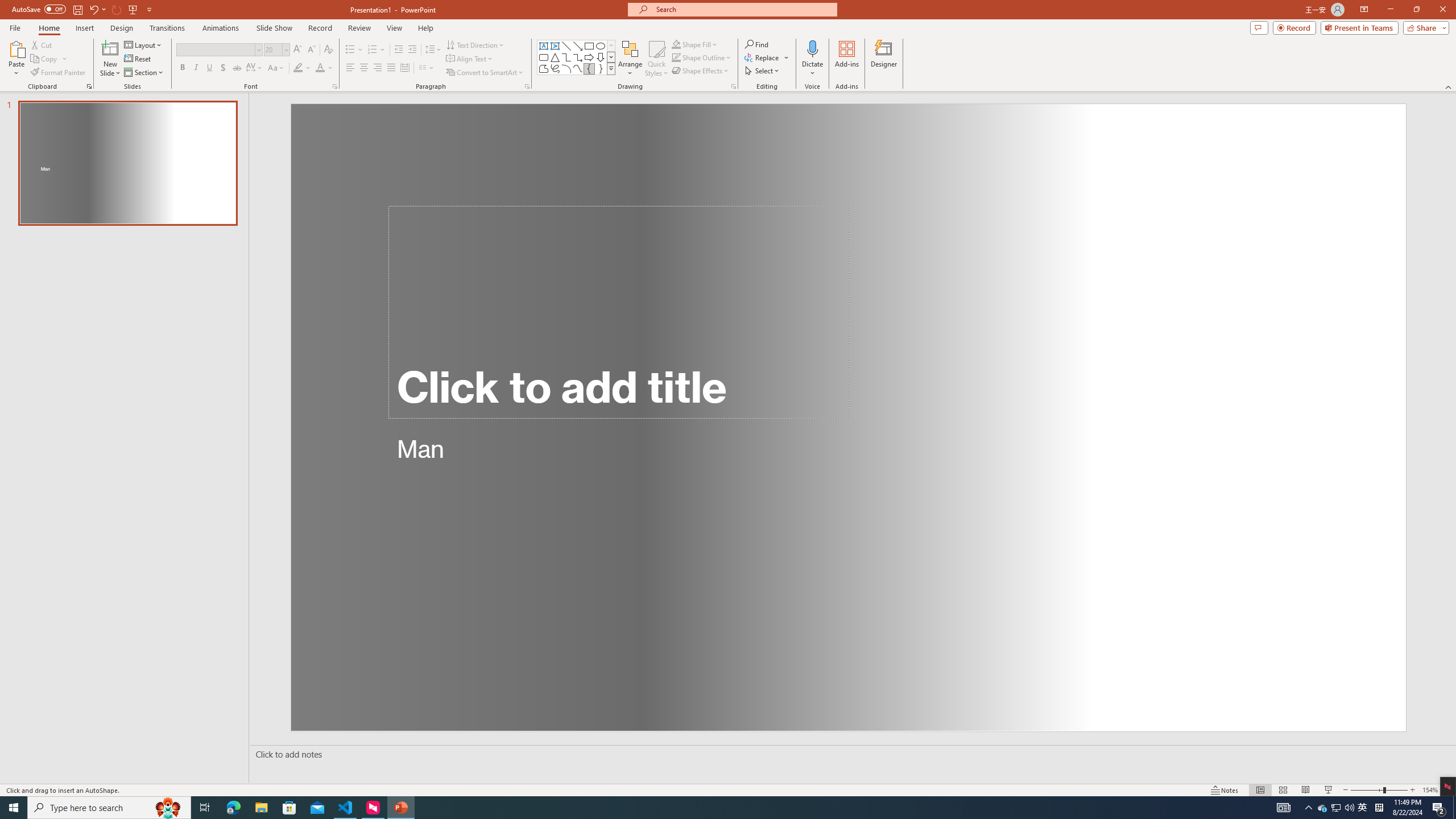 The image size is (1456, 819). Describe the element at coordinates (589, 68) in the screenshot. I see `'Left Brace'` at that location.